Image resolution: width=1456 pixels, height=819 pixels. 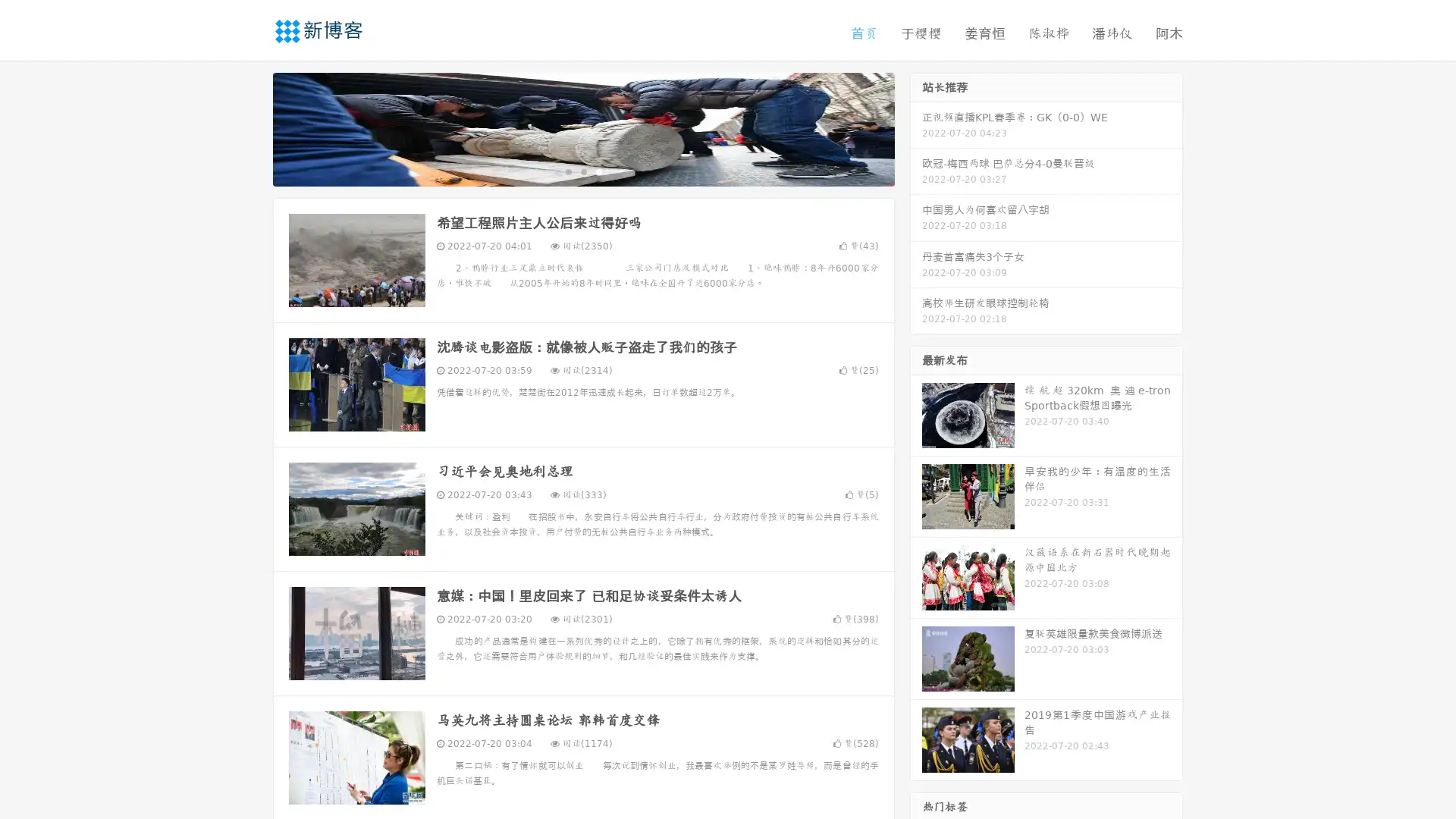 What do you see at coordinates (250, 127) in the screenshot?
I see `Previous slide` at bounding box center [250, 127].